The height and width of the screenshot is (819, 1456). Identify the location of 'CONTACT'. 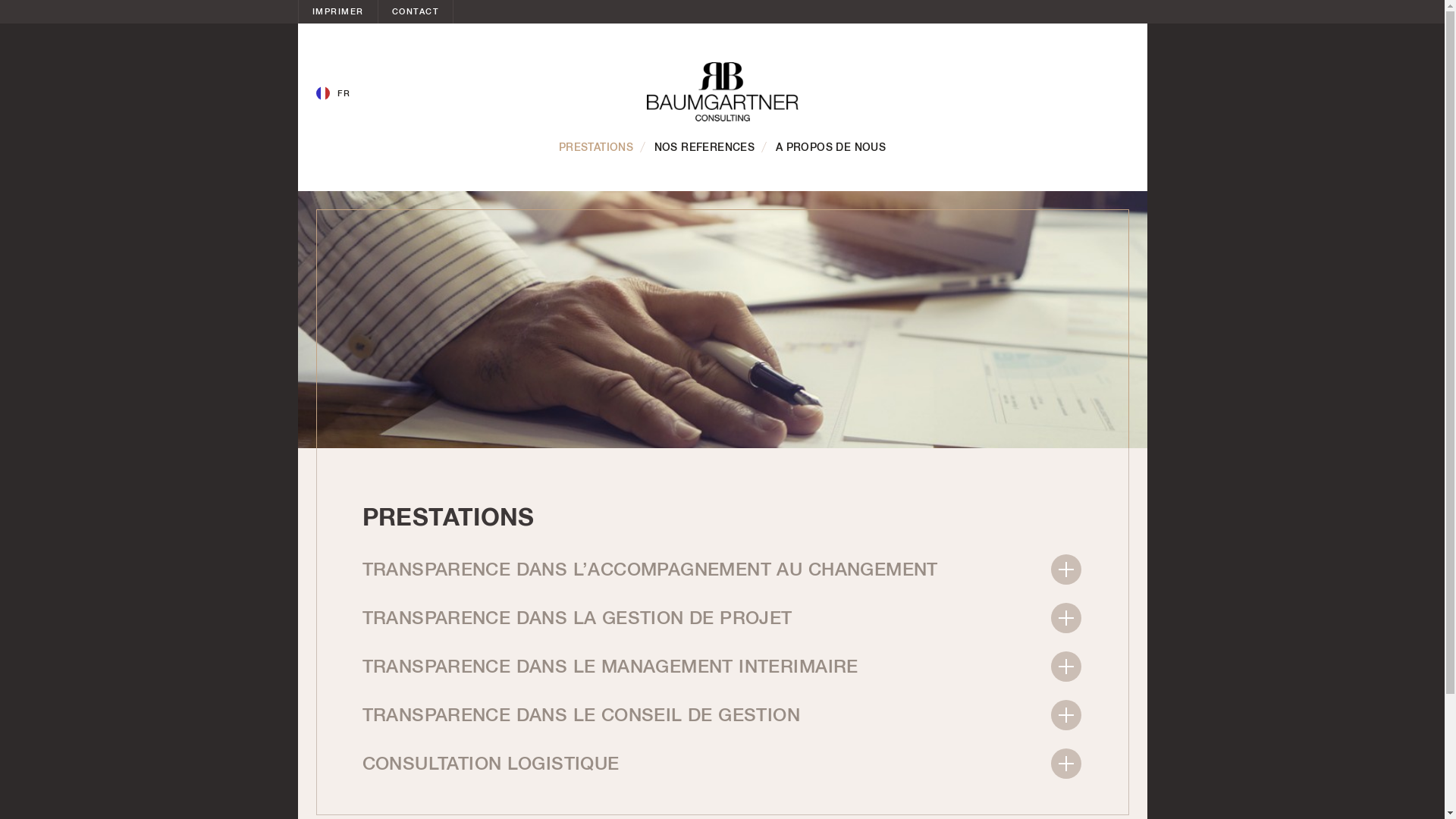
(415, 11).